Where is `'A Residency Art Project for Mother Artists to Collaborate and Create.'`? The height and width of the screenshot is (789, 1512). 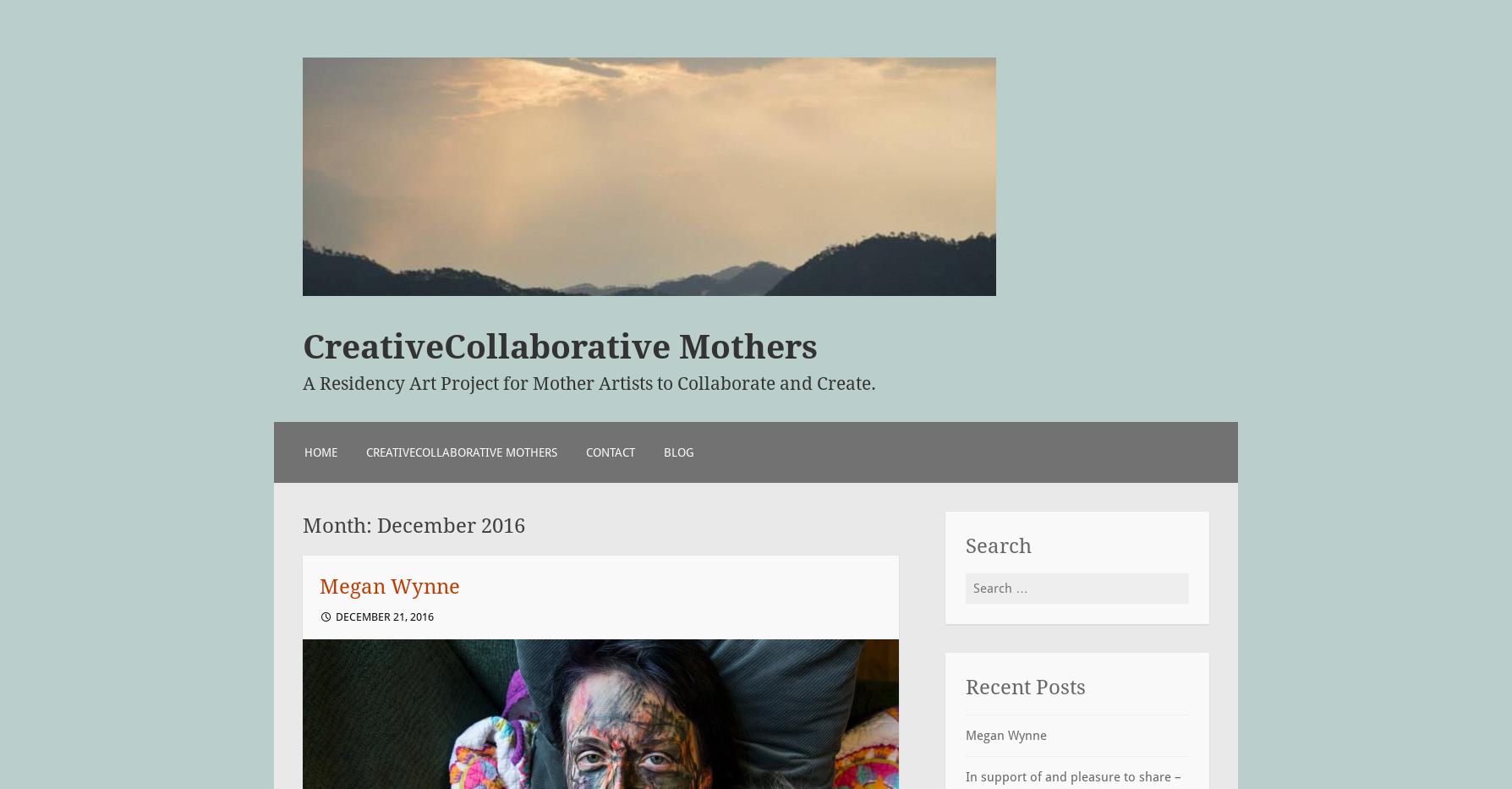 'A Residency Art Project for Mother Artists to Collaborate and Create.' is located at coordinates (588, 382).